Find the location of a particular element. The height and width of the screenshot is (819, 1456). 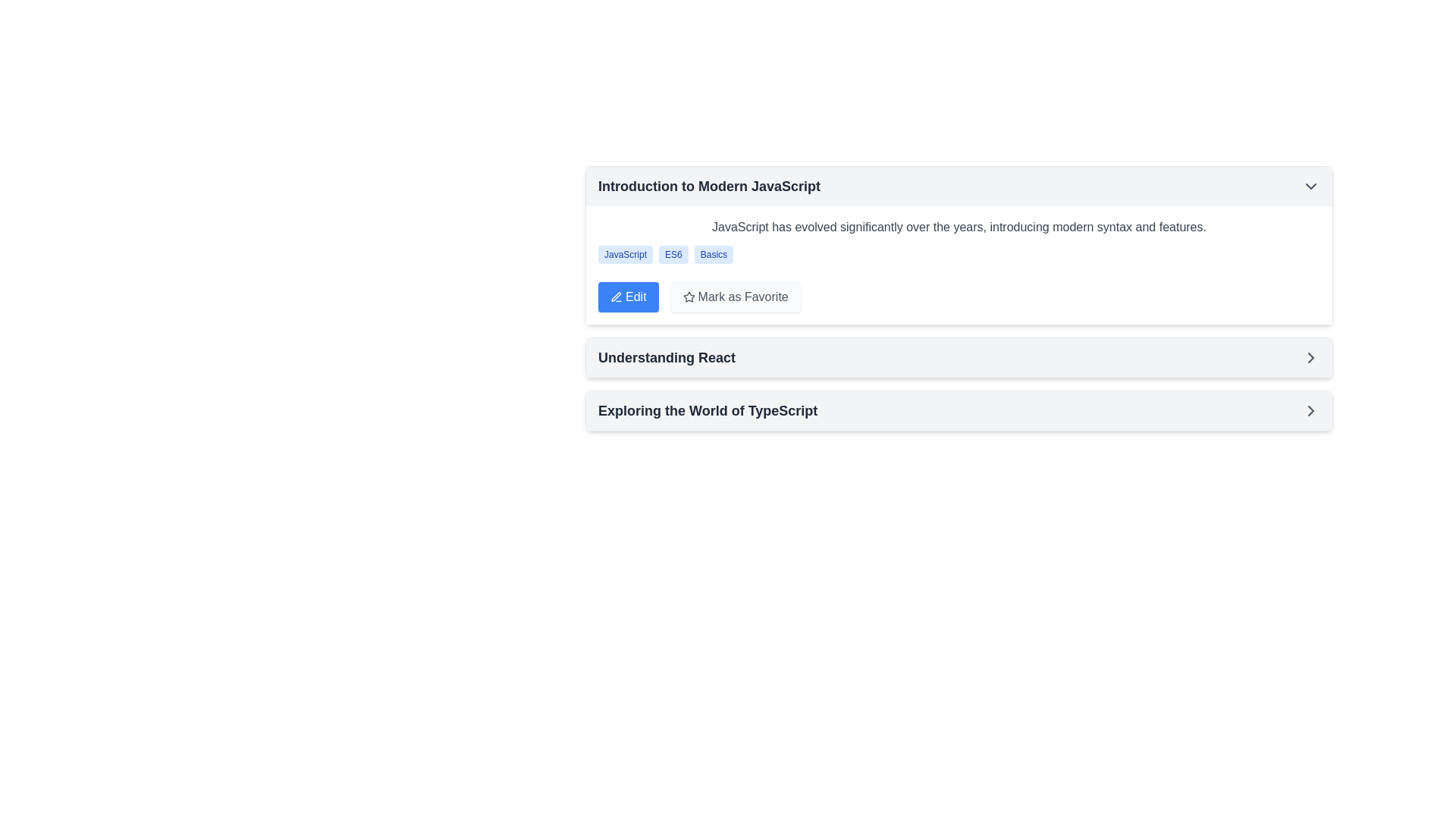

the decorative icon within the 'Mark as Favorite' button, located immediately to the right of the blue 'Edit' button in the 'Introduction to Modern JavaScript' section is located at coordinates (687, 297).